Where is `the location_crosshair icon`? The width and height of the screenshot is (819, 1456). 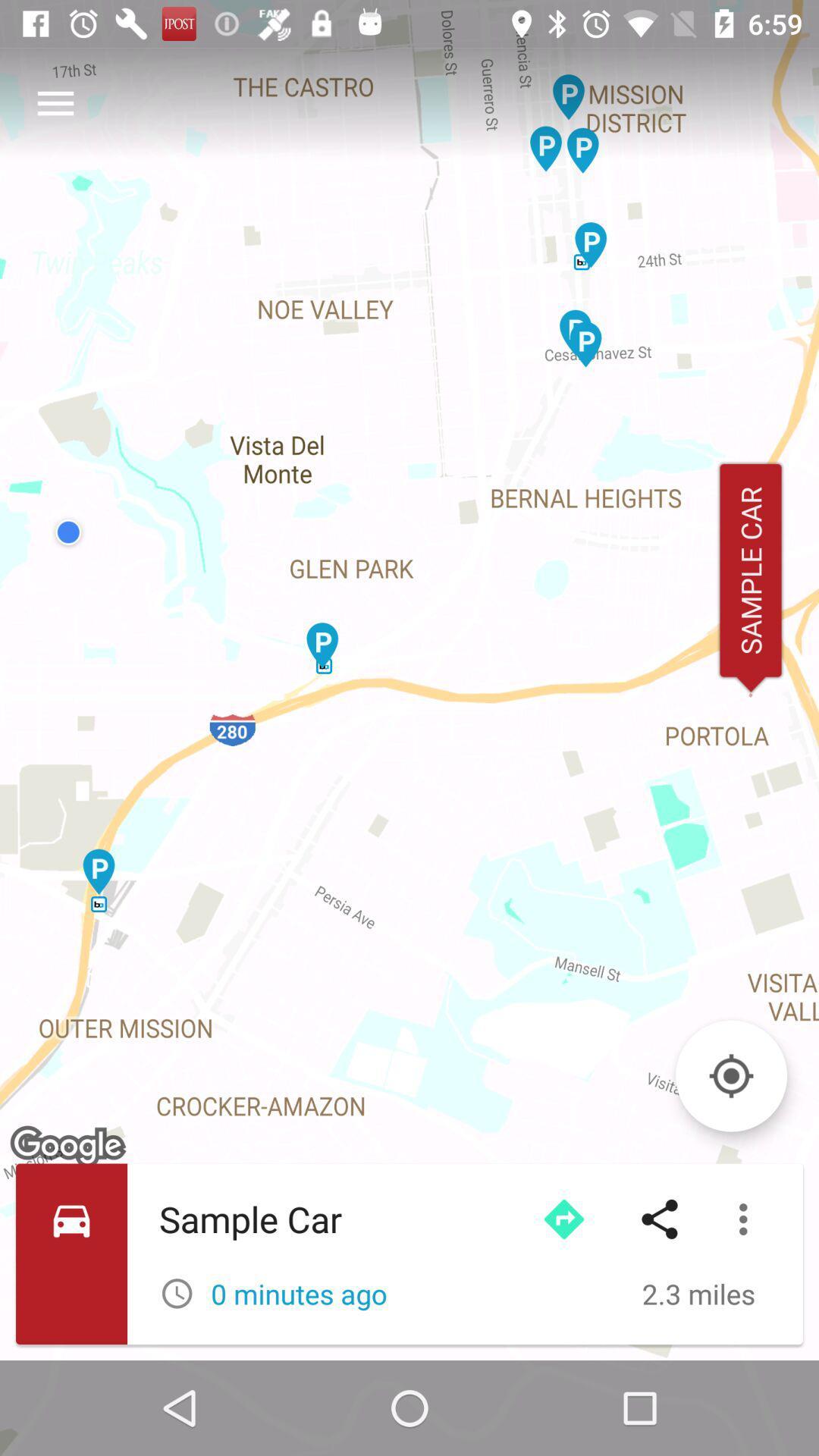 the location_crosshair icon is located at coordinates (730, 1075).